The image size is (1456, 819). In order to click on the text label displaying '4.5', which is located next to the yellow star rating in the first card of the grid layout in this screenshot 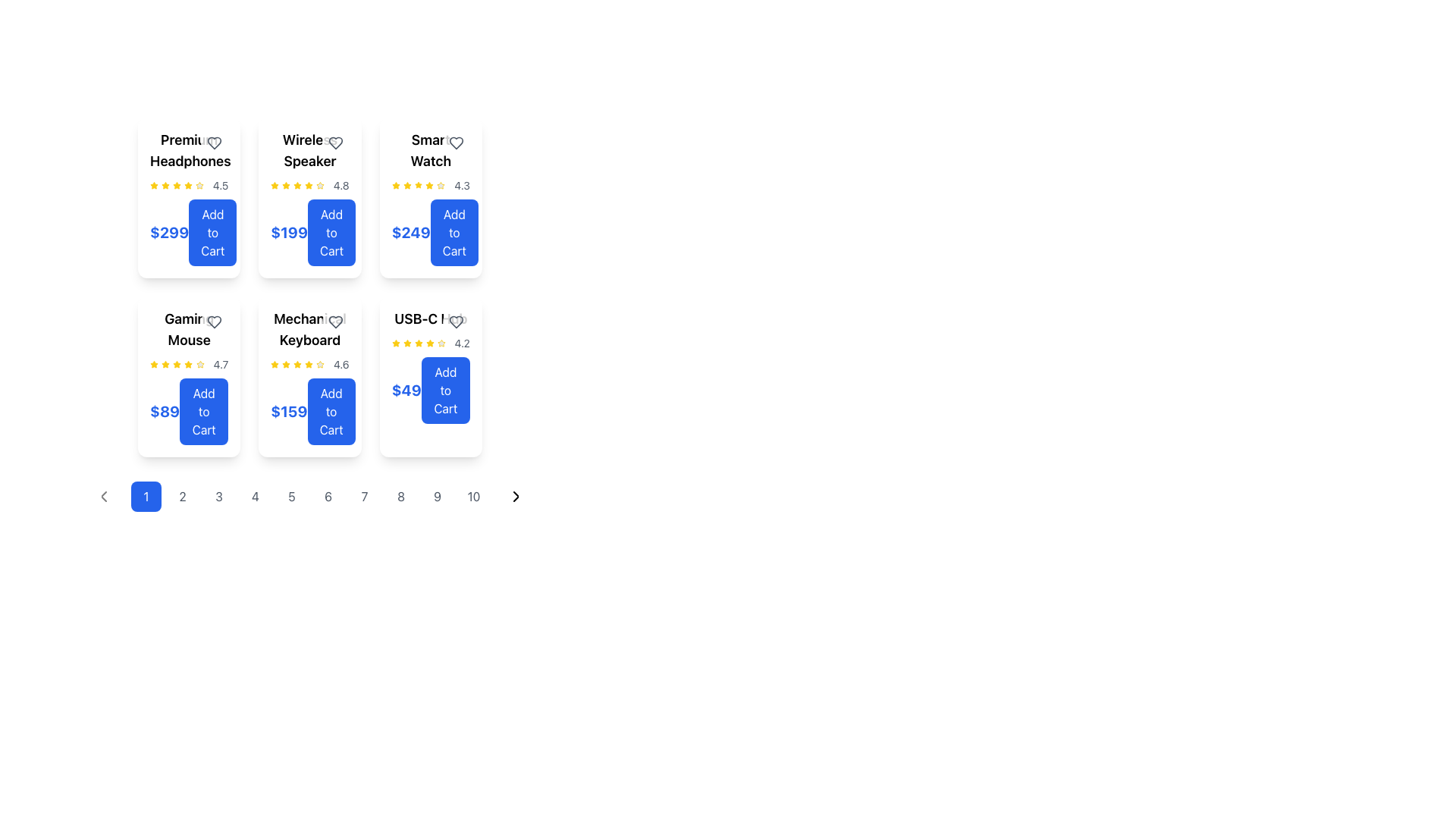, I will do `click(220, 185)`.